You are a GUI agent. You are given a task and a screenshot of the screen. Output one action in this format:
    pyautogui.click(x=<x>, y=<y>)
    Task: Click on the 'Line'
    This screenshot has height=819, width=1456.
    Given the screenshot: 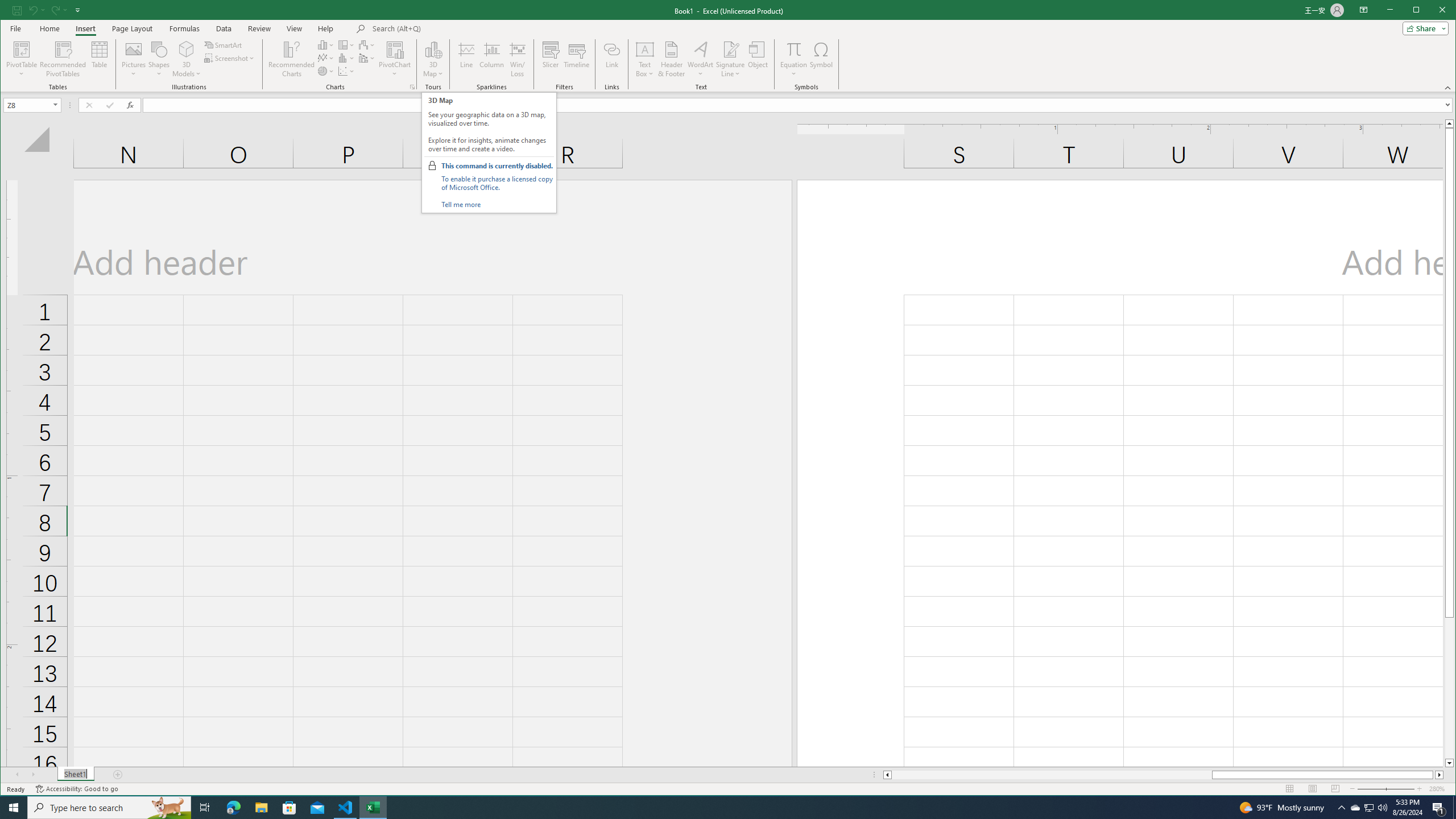 What is the action you would take?
    pyautogui.click(x=466, y=59)
    